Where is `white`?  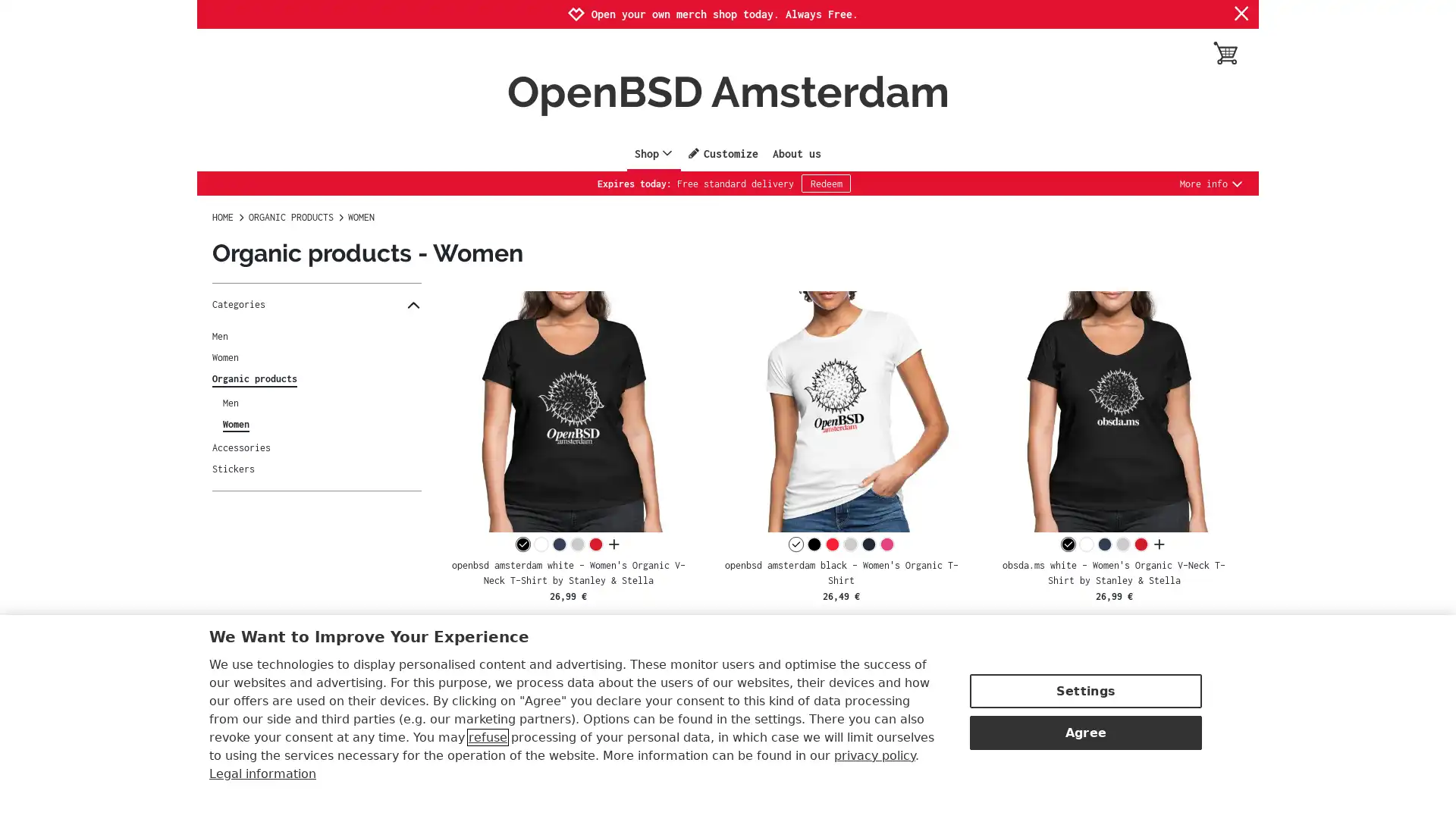 white is located at coordinates (541, 544).